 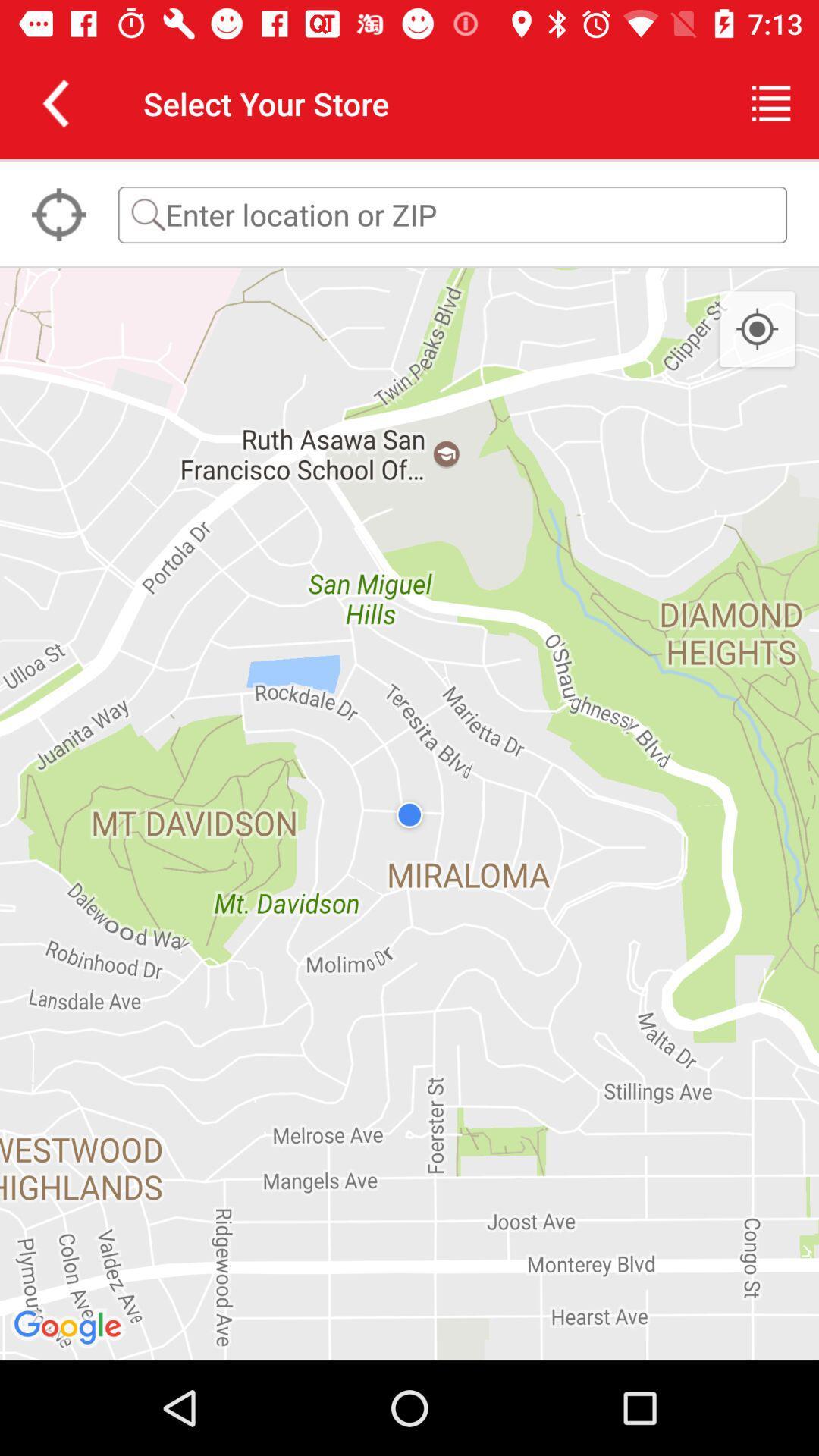 I want to click on the icon next to the select your store icon, so click(x=771, y=102).